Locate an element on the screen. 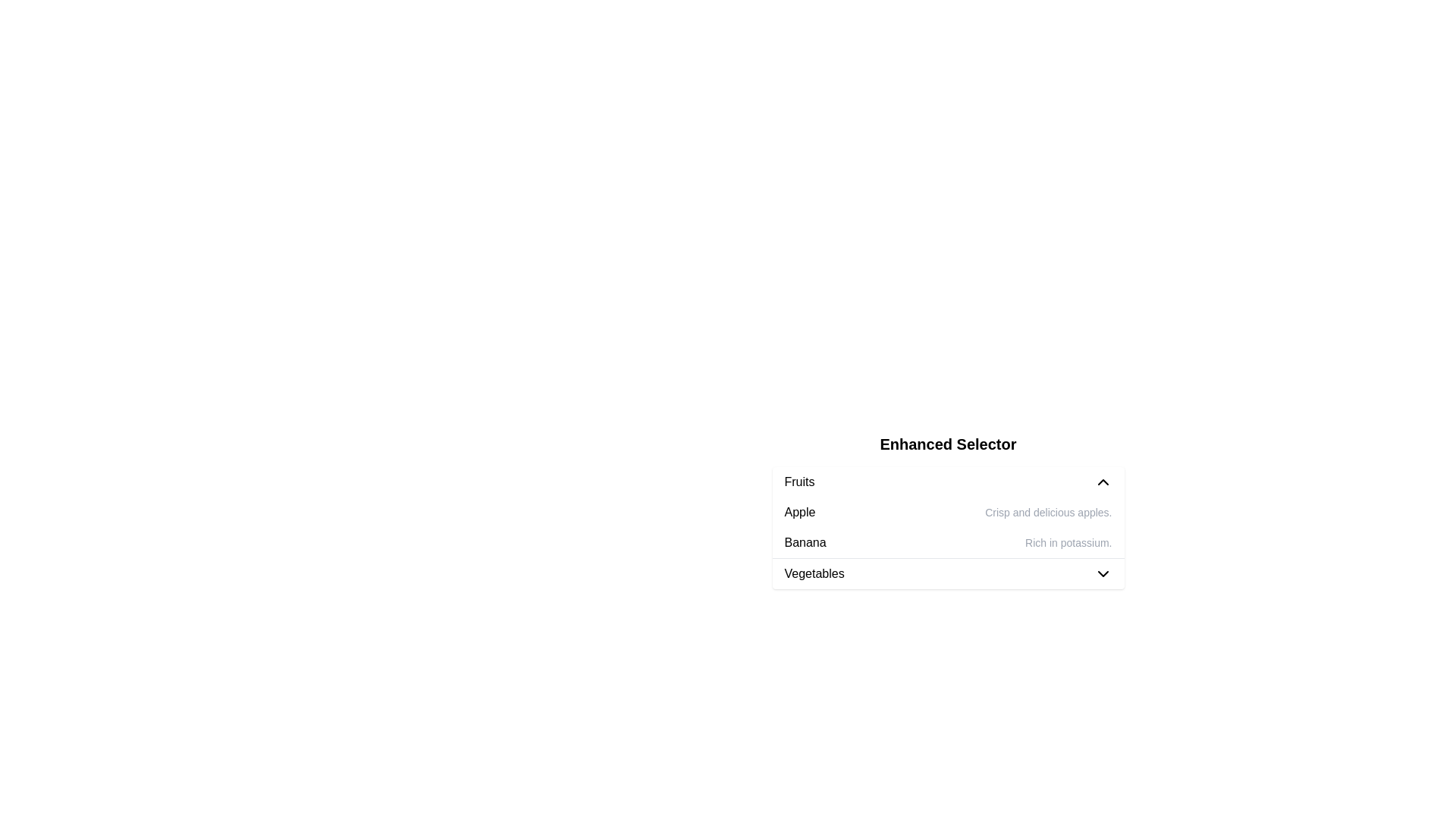  the 'Fruits' text label located in the drop-down menu is located at coordinates (799, 482).